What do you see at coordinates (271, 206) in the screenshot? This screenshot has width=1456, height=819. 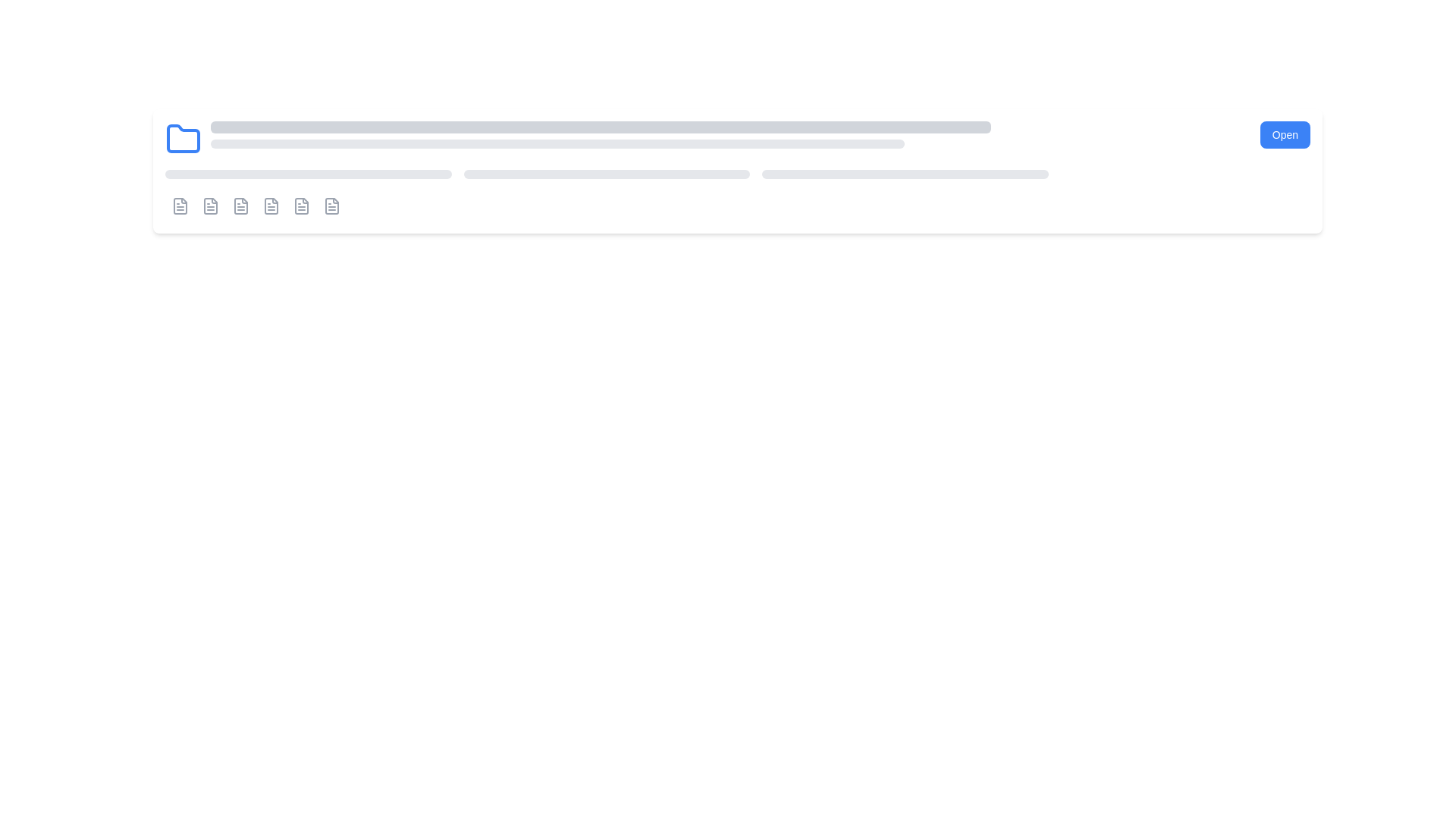 I see `the fifth file icon` at bounding box center [271, 206].